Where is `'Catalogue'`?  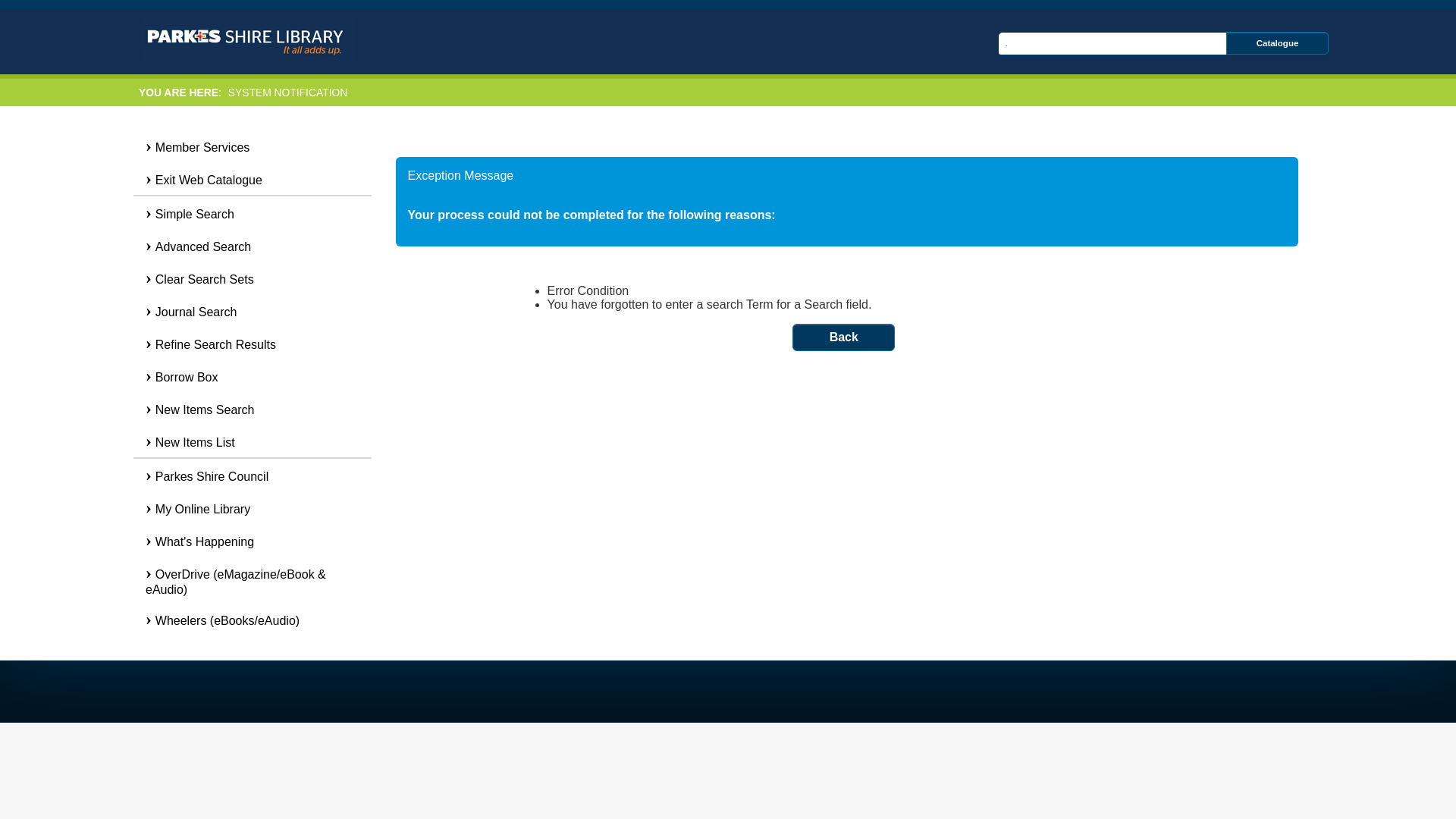
'Catalogue' is located at coordinates (1226, 42).